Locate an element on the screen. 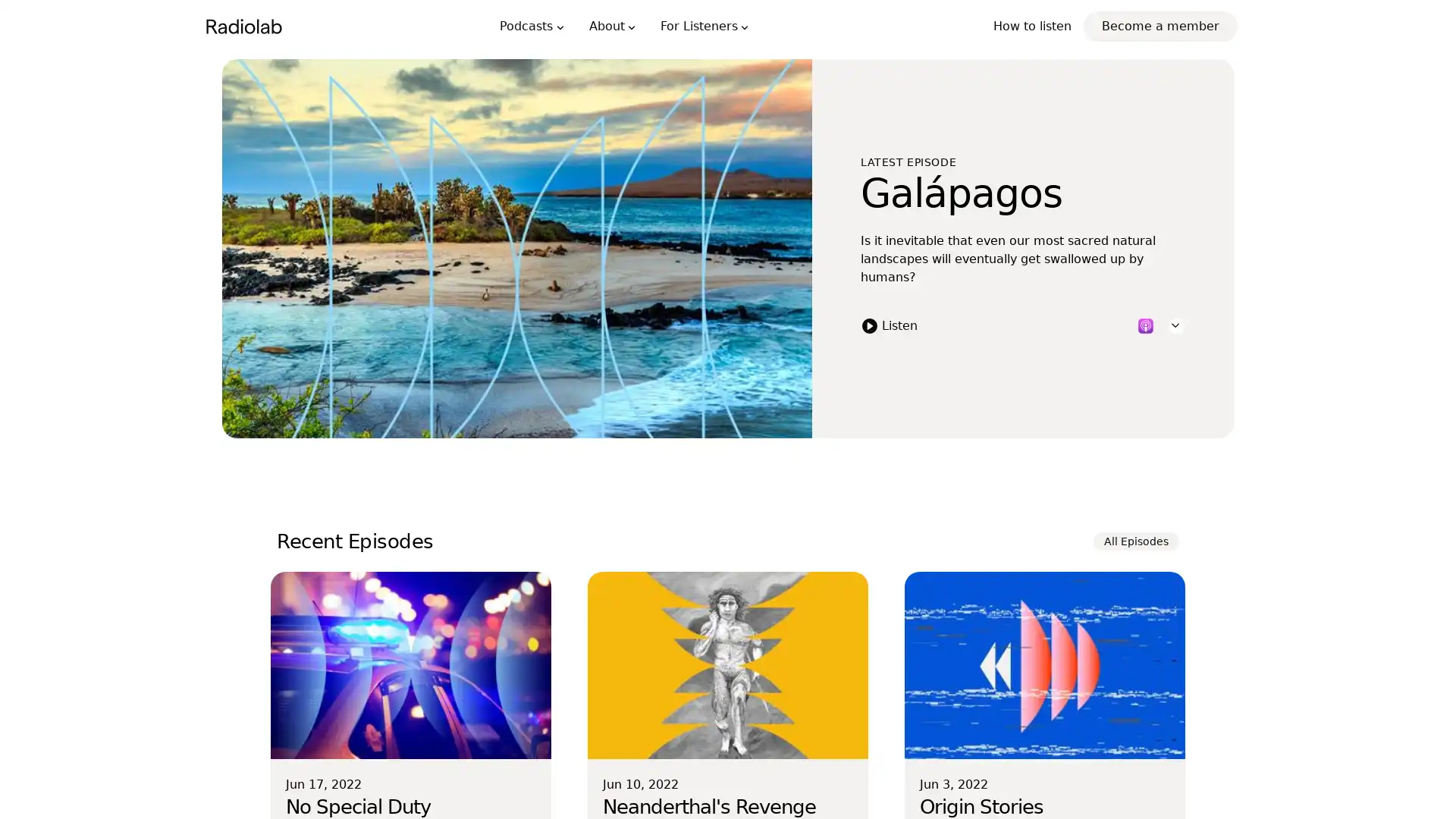 The image size is (1456, 819). Listen to this episode on Apple Podcasts is located at coordinates (1145, 324).